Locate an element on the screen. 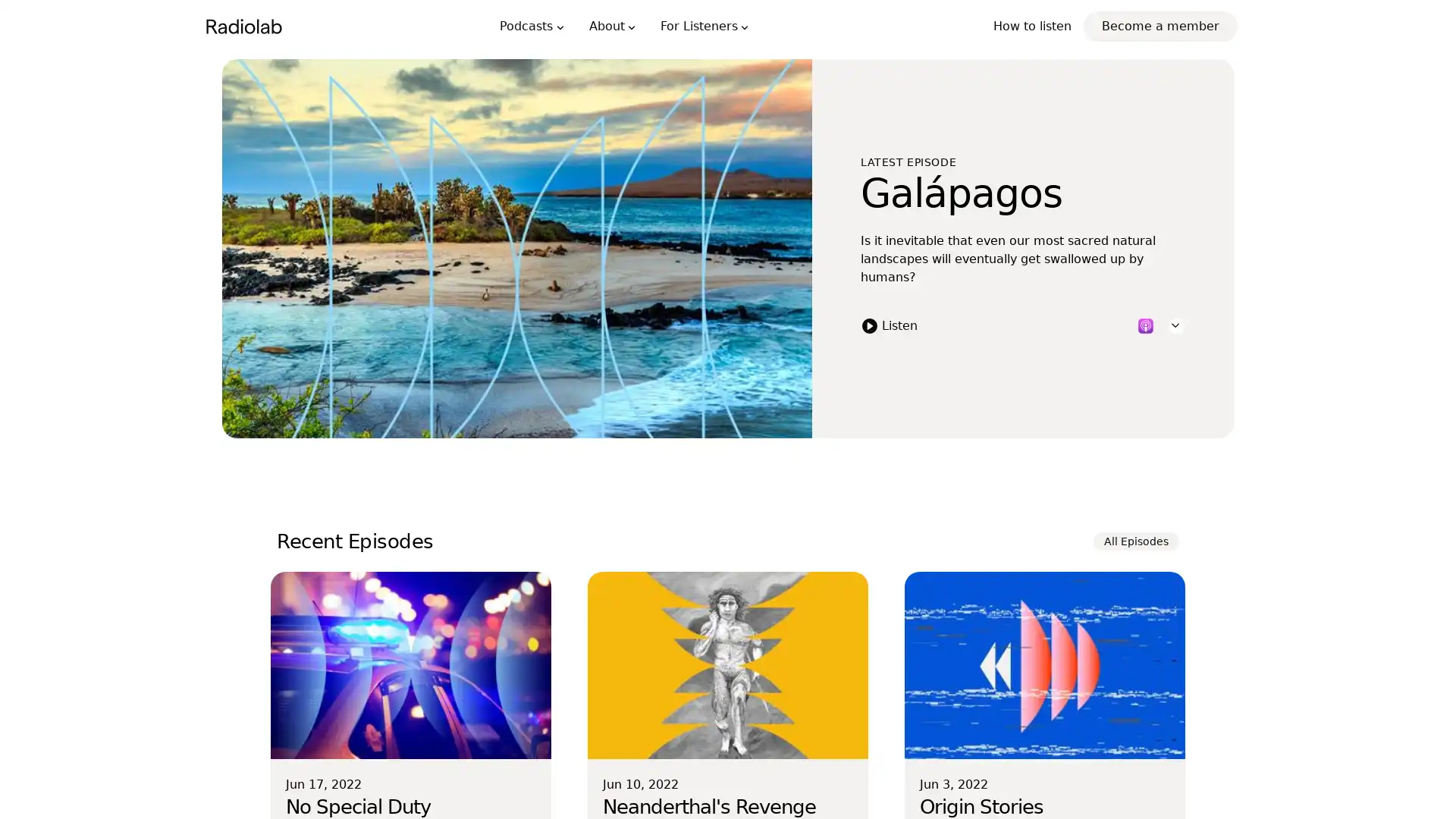 The image size is (1456, 819). Listen to this episode on Apple Podcasts is located at coordinates (1145, 324).